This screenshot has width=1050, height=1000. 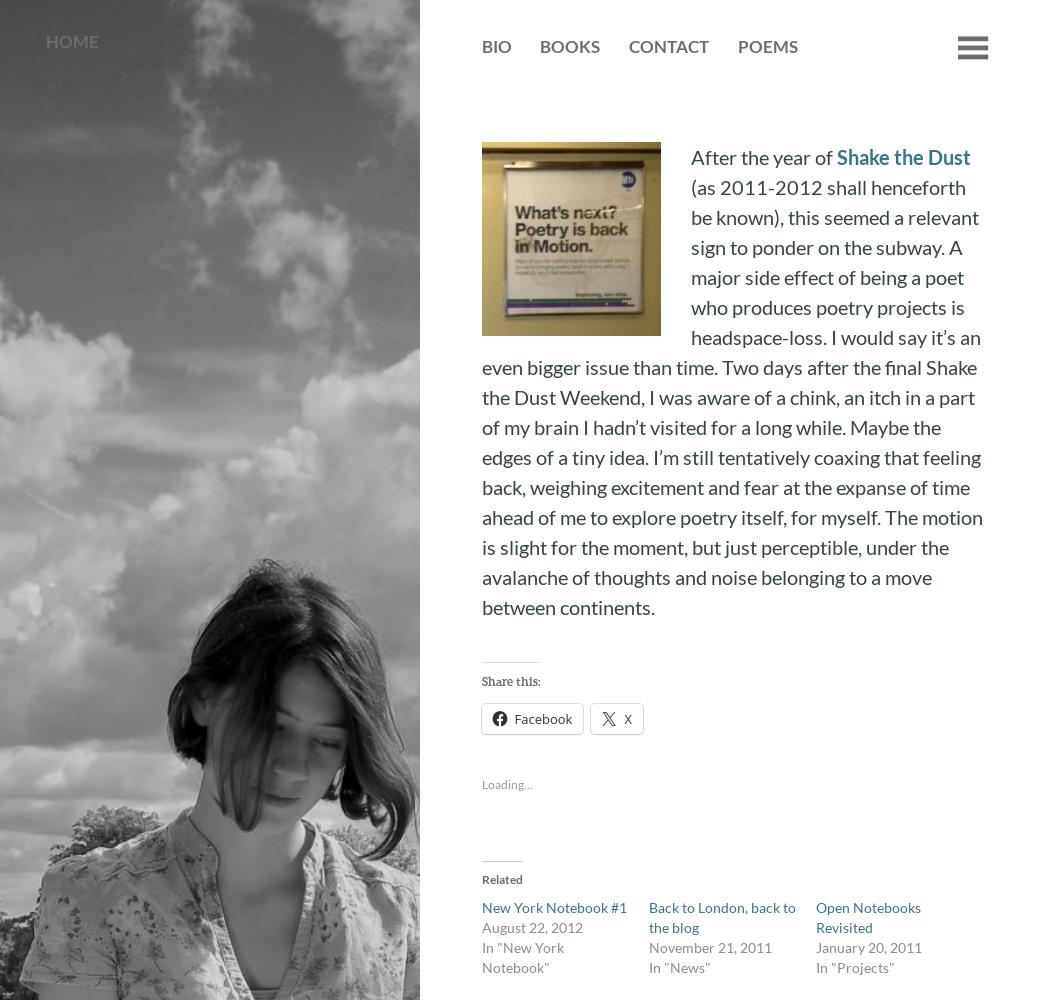 I want to click on 'Share this:', so click(x=508, y=681).